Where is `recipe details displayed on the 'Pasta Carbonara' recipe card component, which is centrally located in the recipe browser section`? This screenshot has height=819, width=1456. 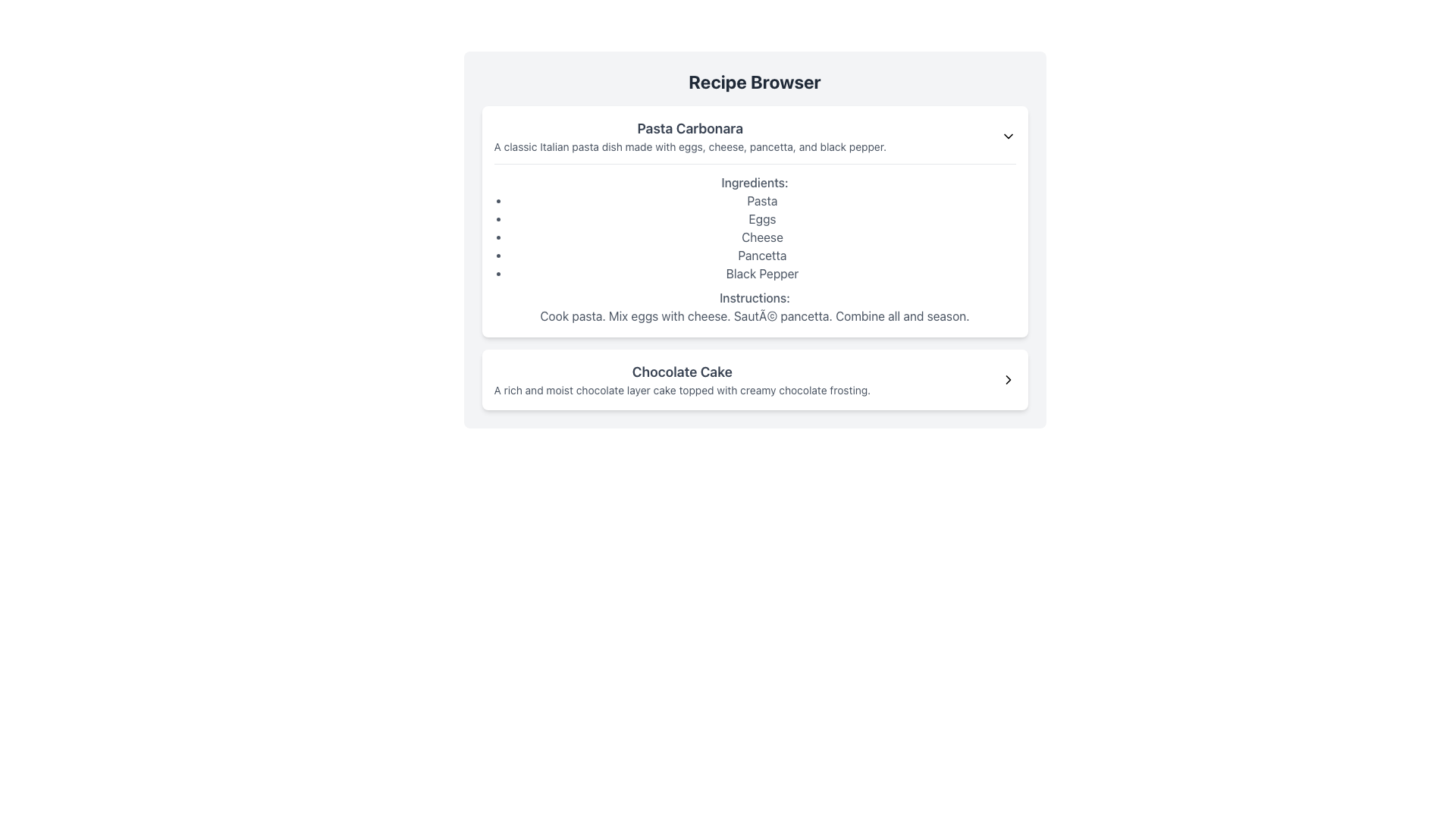
recipe details displayed on the 'Pasta Carbonara' recipe card component, which is centrally located in the recipe browser section is located at coordinates (755, 257).